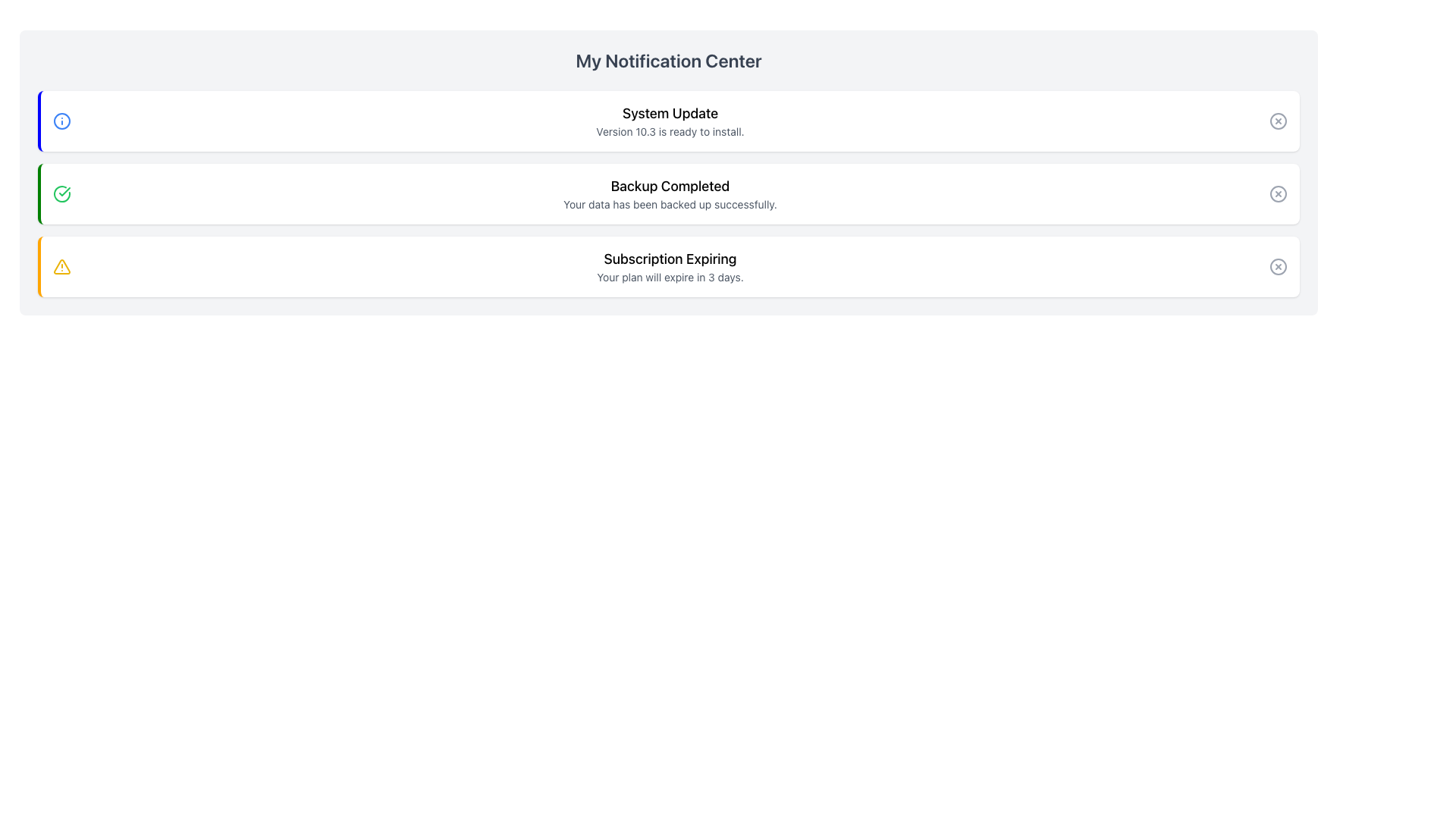 Image resolution: width=1456 pixels, height=819 pixels. I want to click on the small triangular warning icon with a yellow border that is the leftmost icon within the last notification entry labeled 'Subscription Expiring', so click(61, 265).